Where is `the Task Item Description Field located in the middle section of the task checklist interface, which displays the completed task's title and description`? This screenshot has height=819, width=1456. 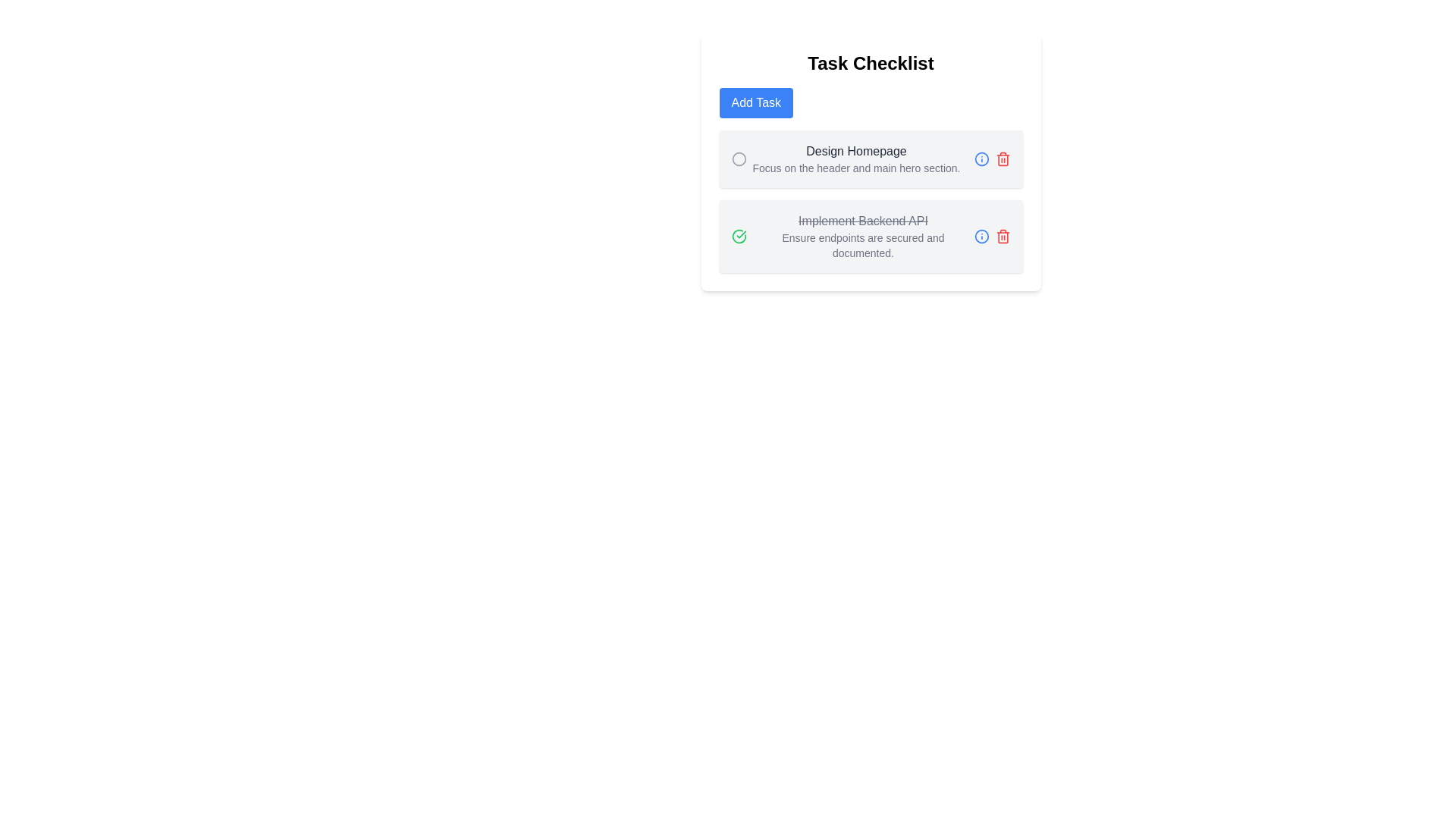 the Task Item Description Field located in the middle section of the task checklist interface, which displays the completed task's title and description is located at coordinates (852, 237).